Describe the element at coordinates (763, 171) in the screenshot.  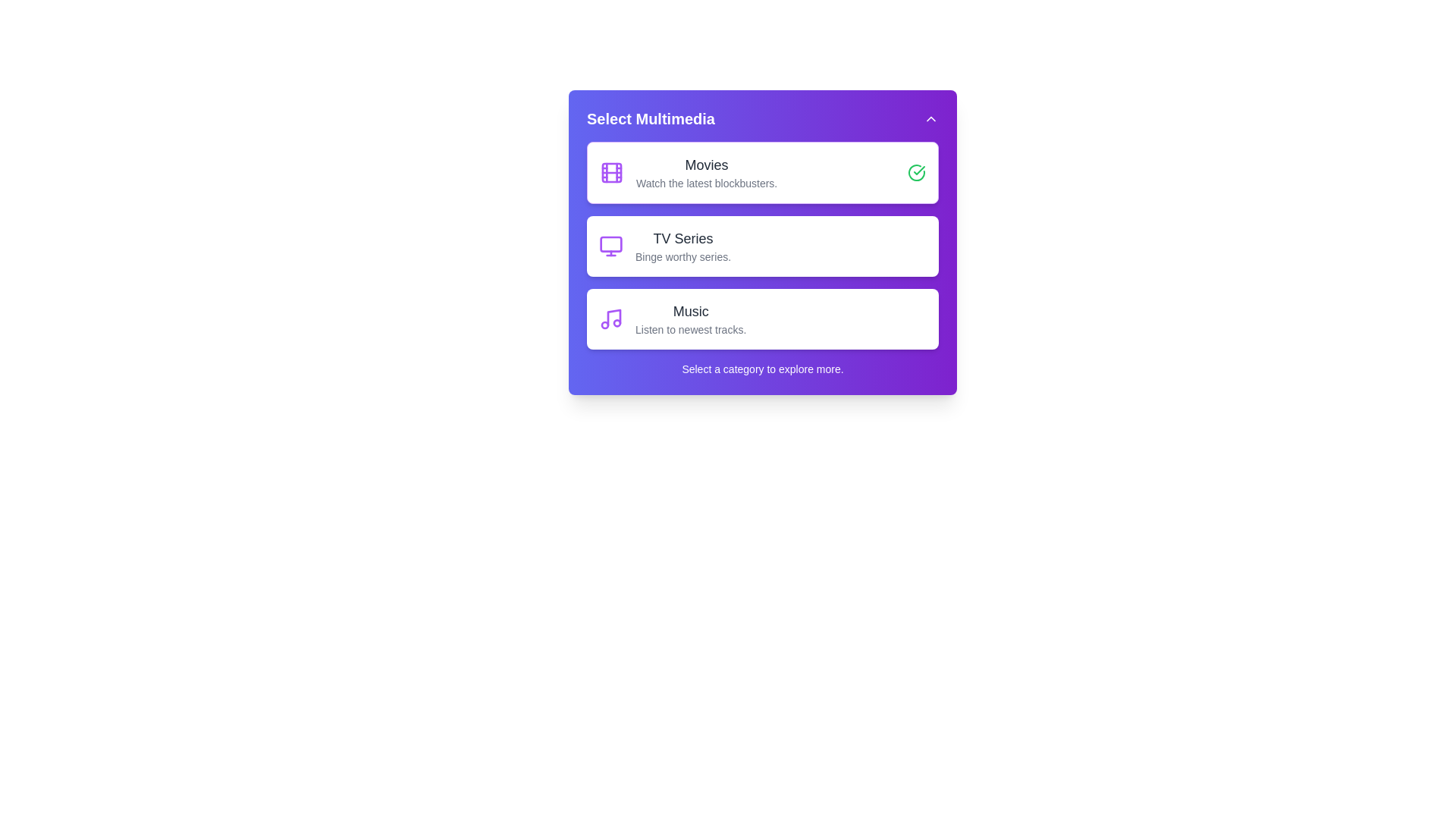
I see `the multimedia category Movies by clicking on its respective card` at that location.